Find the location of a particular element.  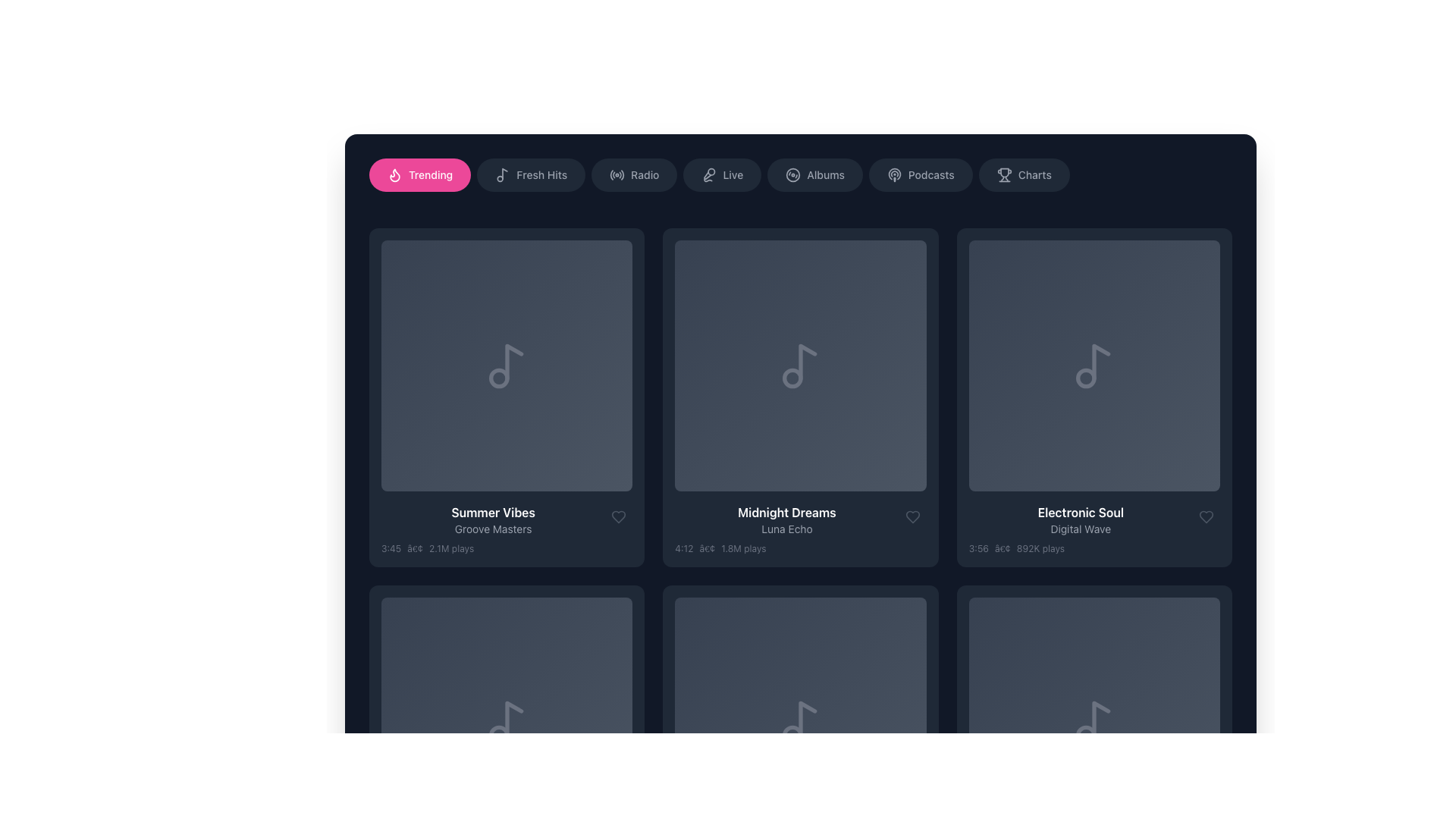

the 'Albums' button in the navigation menu is located at coordinates (814, 174).